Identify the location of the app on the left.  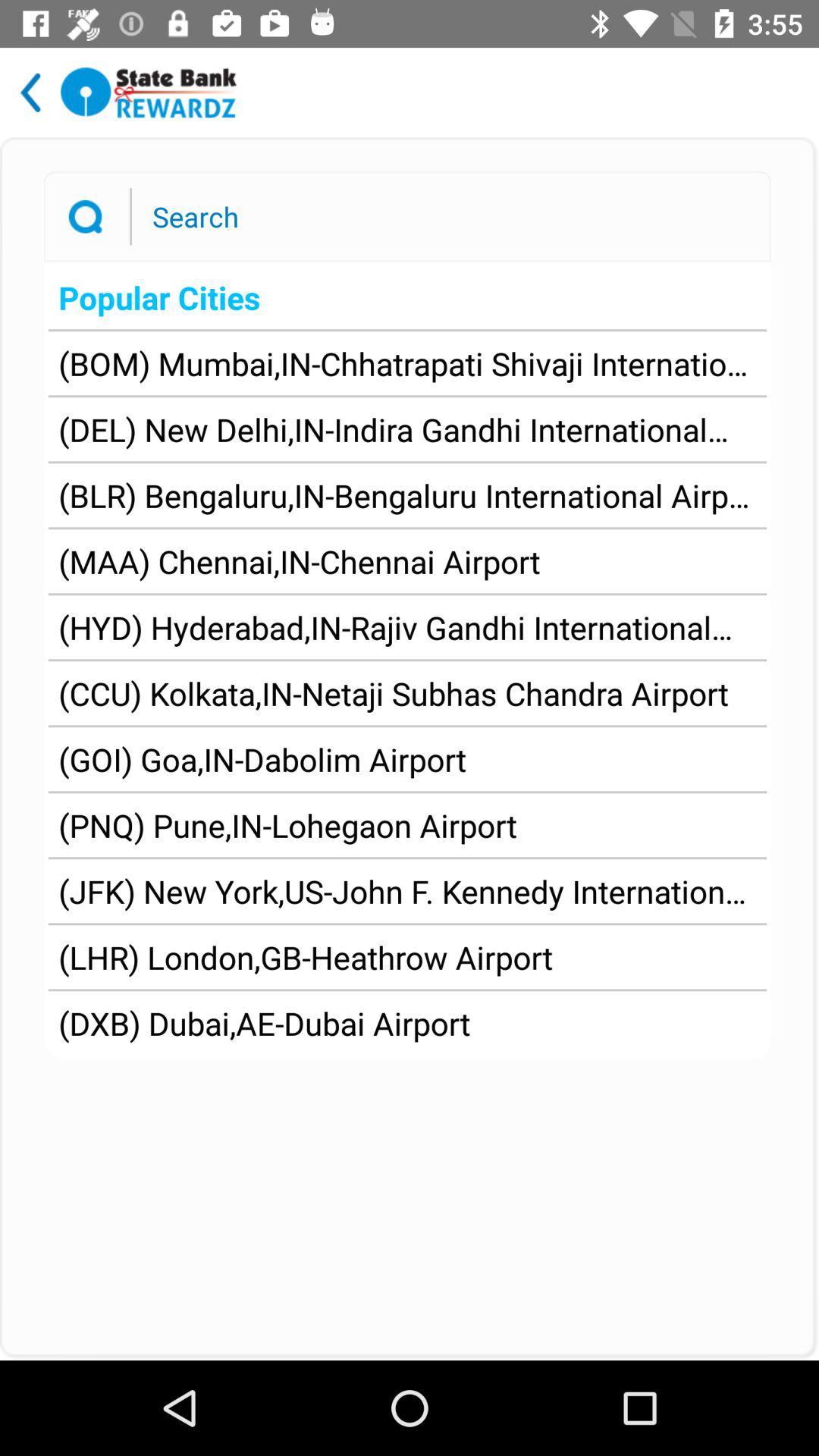
(262, 759).